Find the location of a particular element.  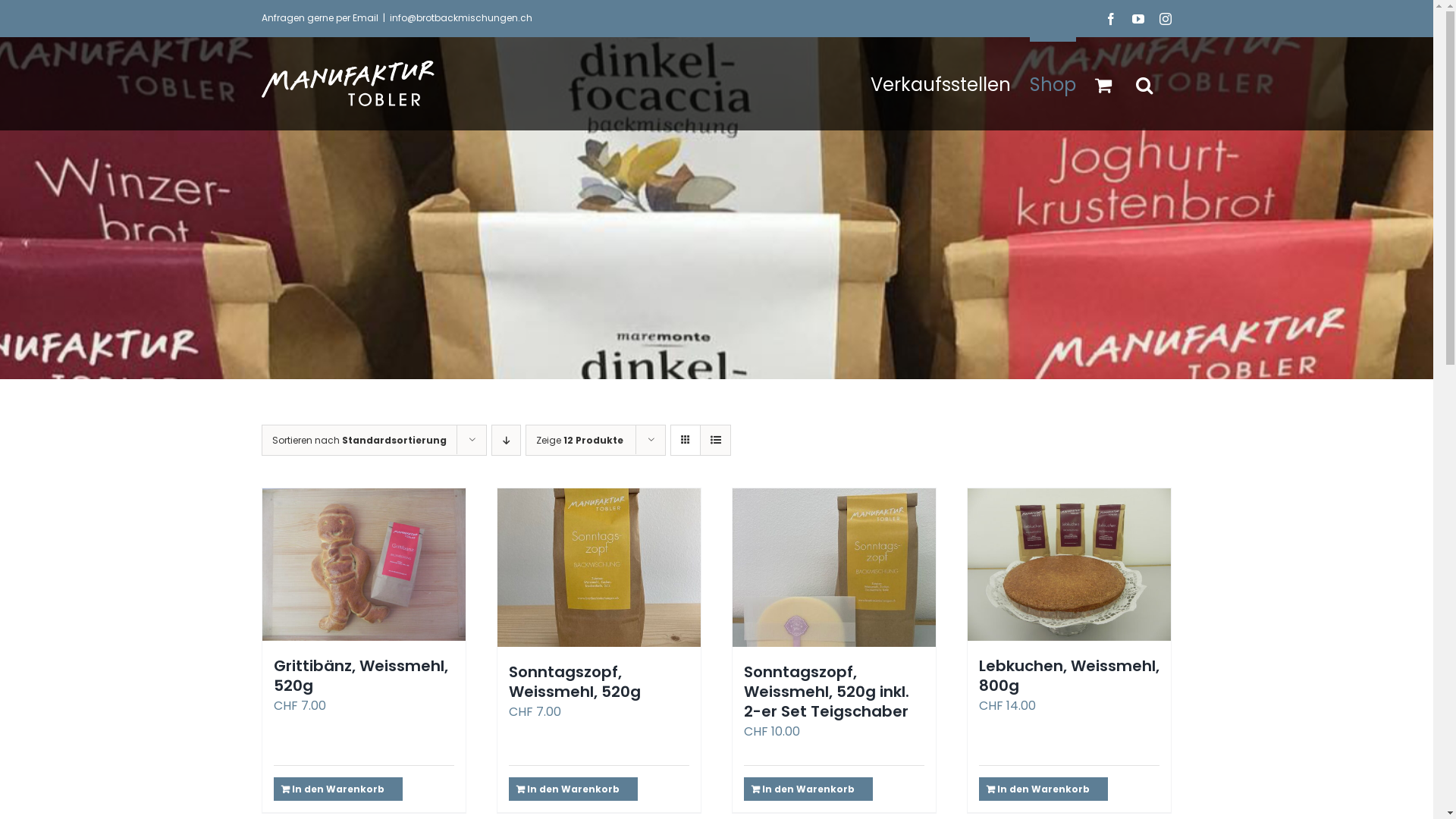

'In den Warenkorb' is located at coordinates (573, 788).